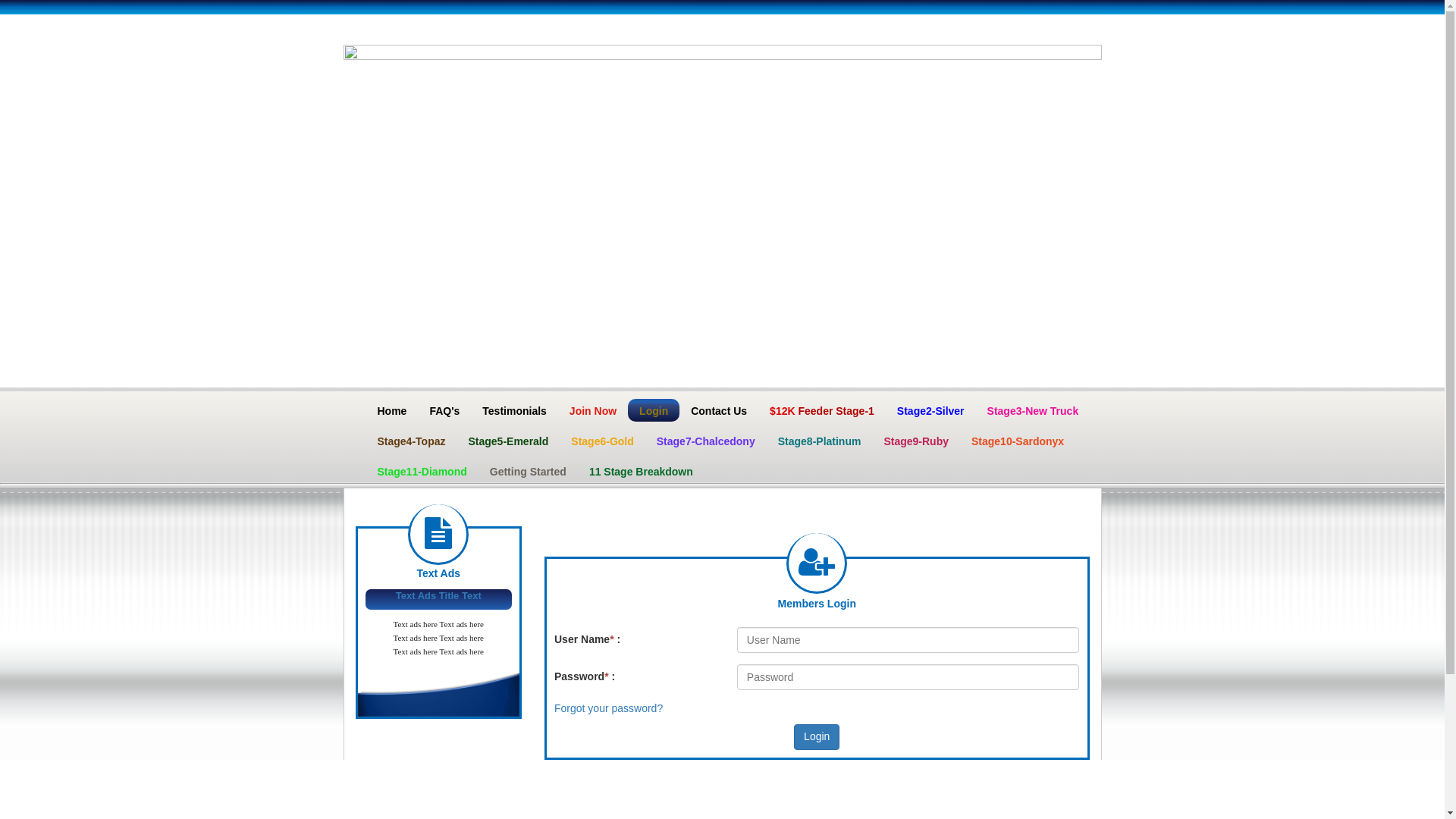 The image size is (1456, 819). Describe the element at coordinates (508, 441) in the screenshot. I see `'Stage5-Emerald'` at that location.